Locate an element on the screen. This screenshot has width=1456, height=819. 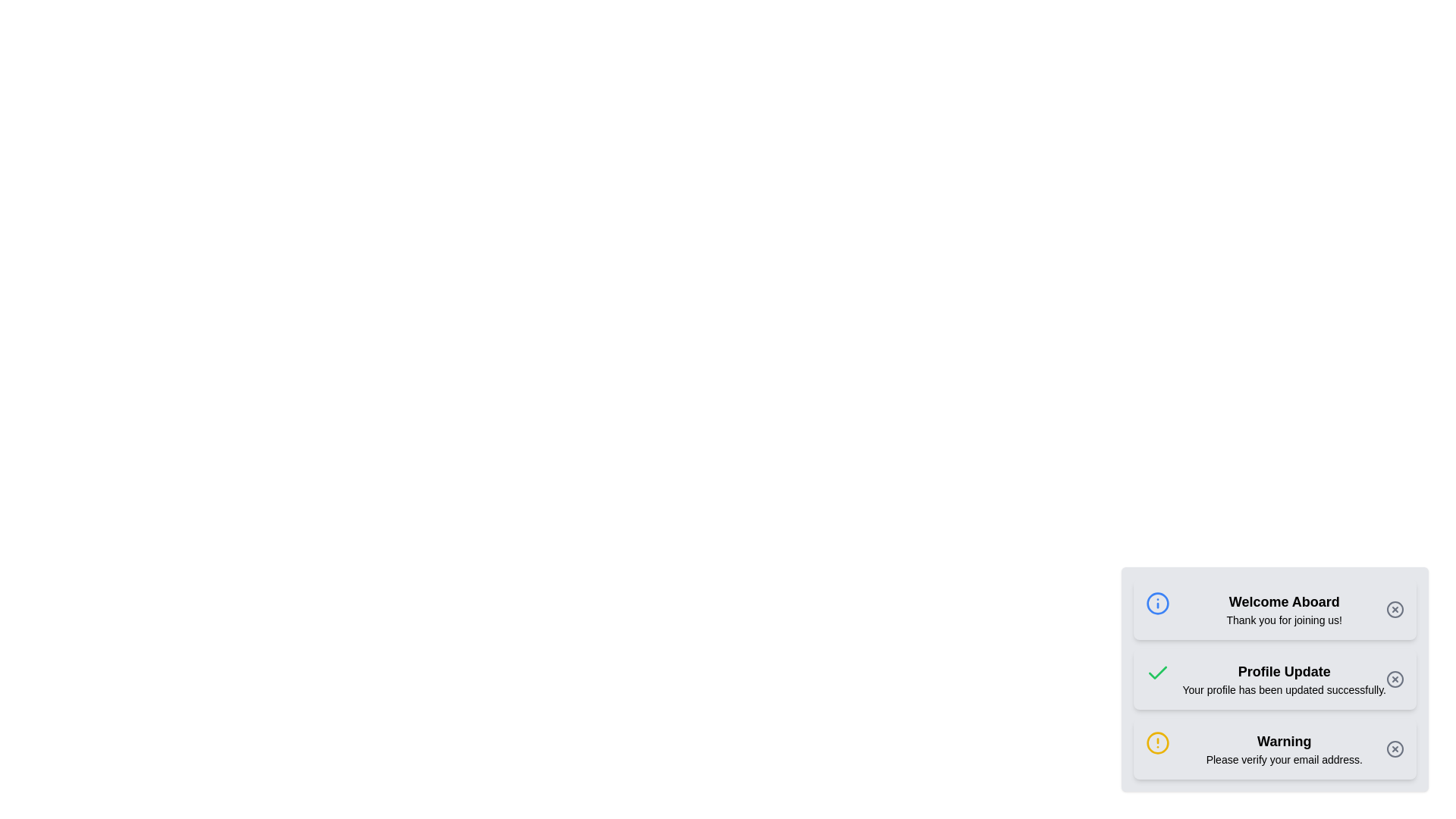
the small yellow alert icon with an exclamation point inside, located within the third notification card is located at coordinates (1157, 748).